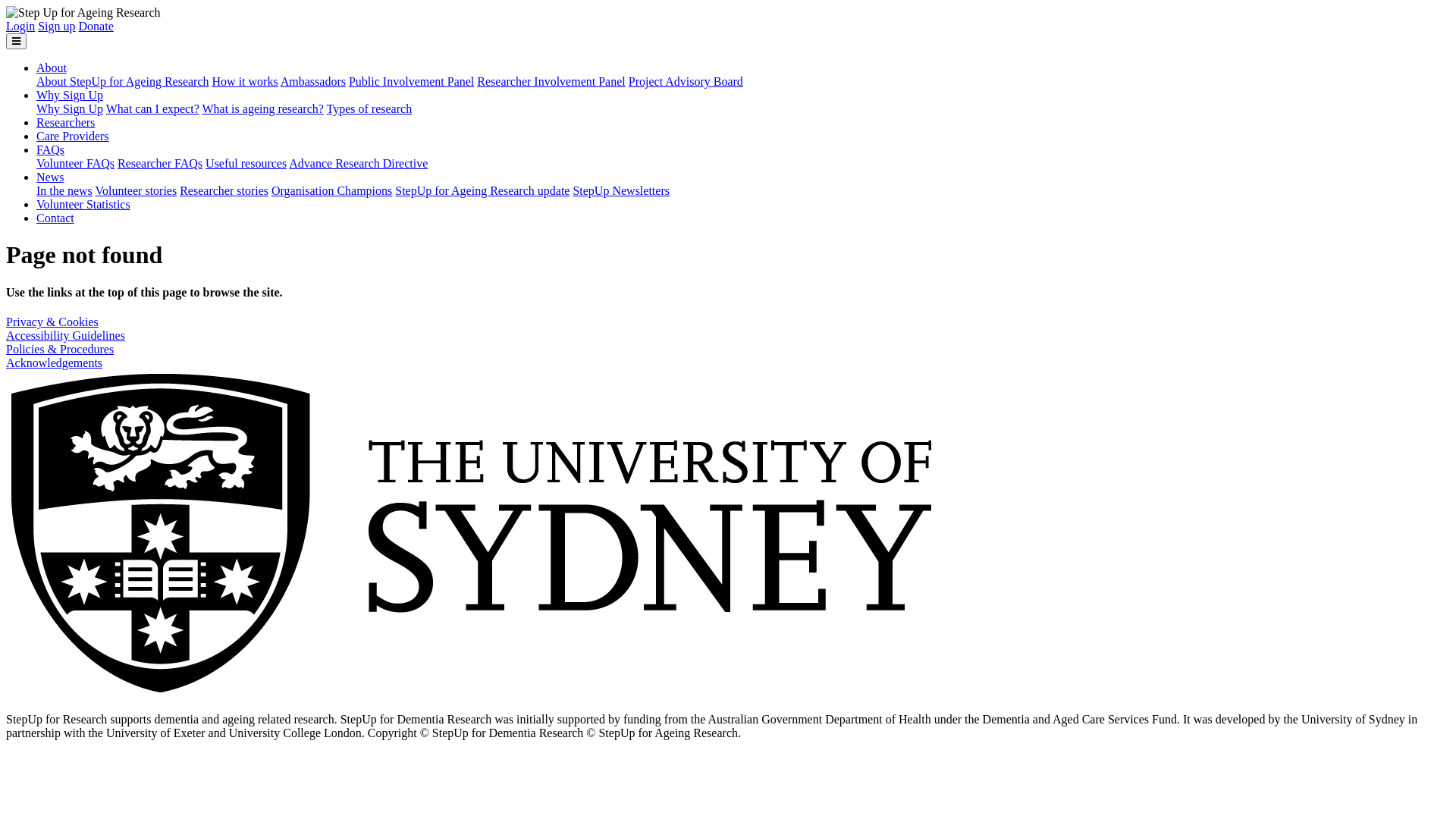 The image size is (1456, 819). Describe the element at coordinates (331, 190) in the screenshot. I see `'Organisation Champions'` at that location.